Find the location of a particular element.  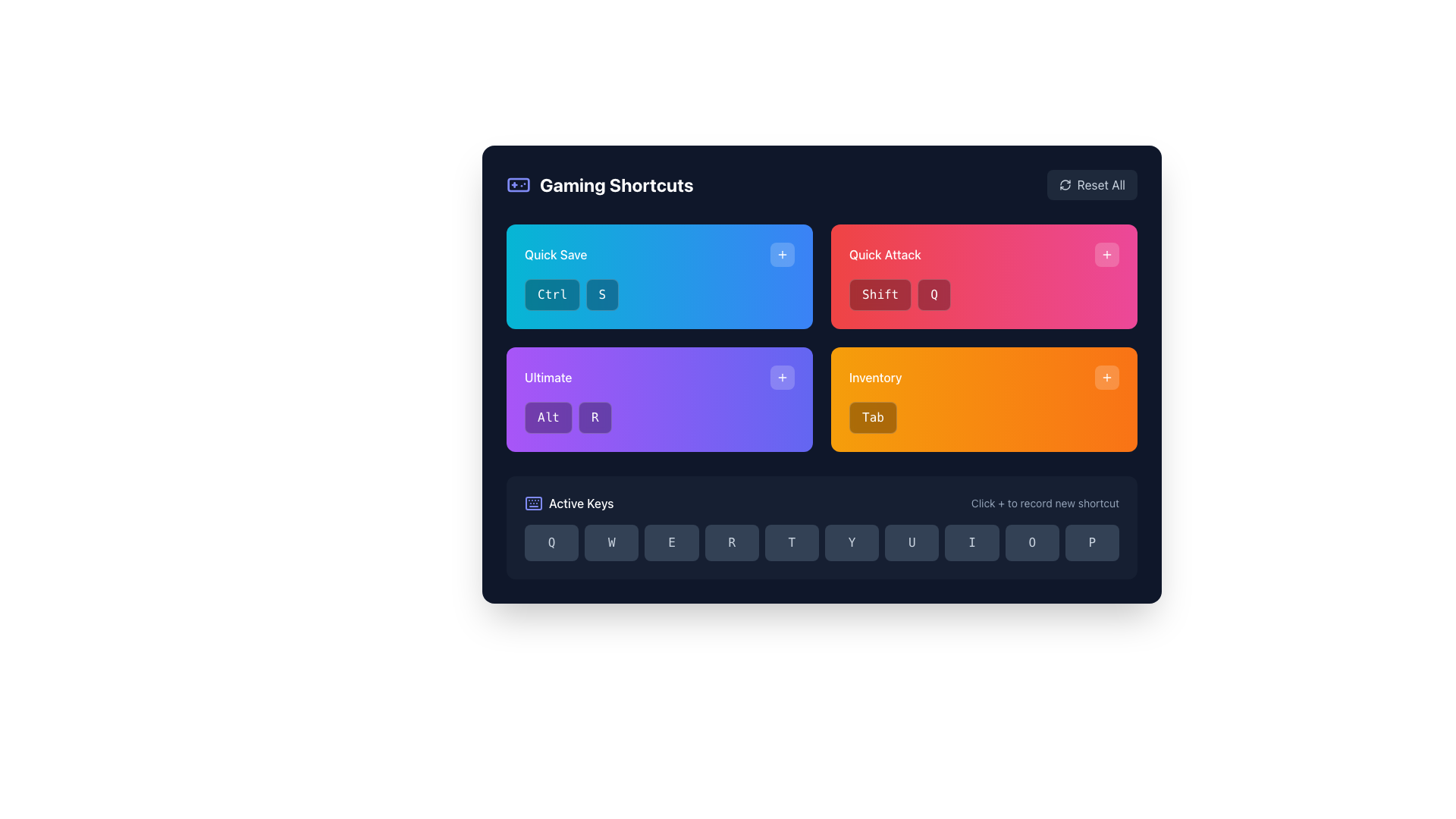

the button labeled 'R', which is a rectangular button with a dark slate background and lighter text, located in the bottom section of the interface between the buttons 'E' and 'T' is located at coordinates (732, 542).